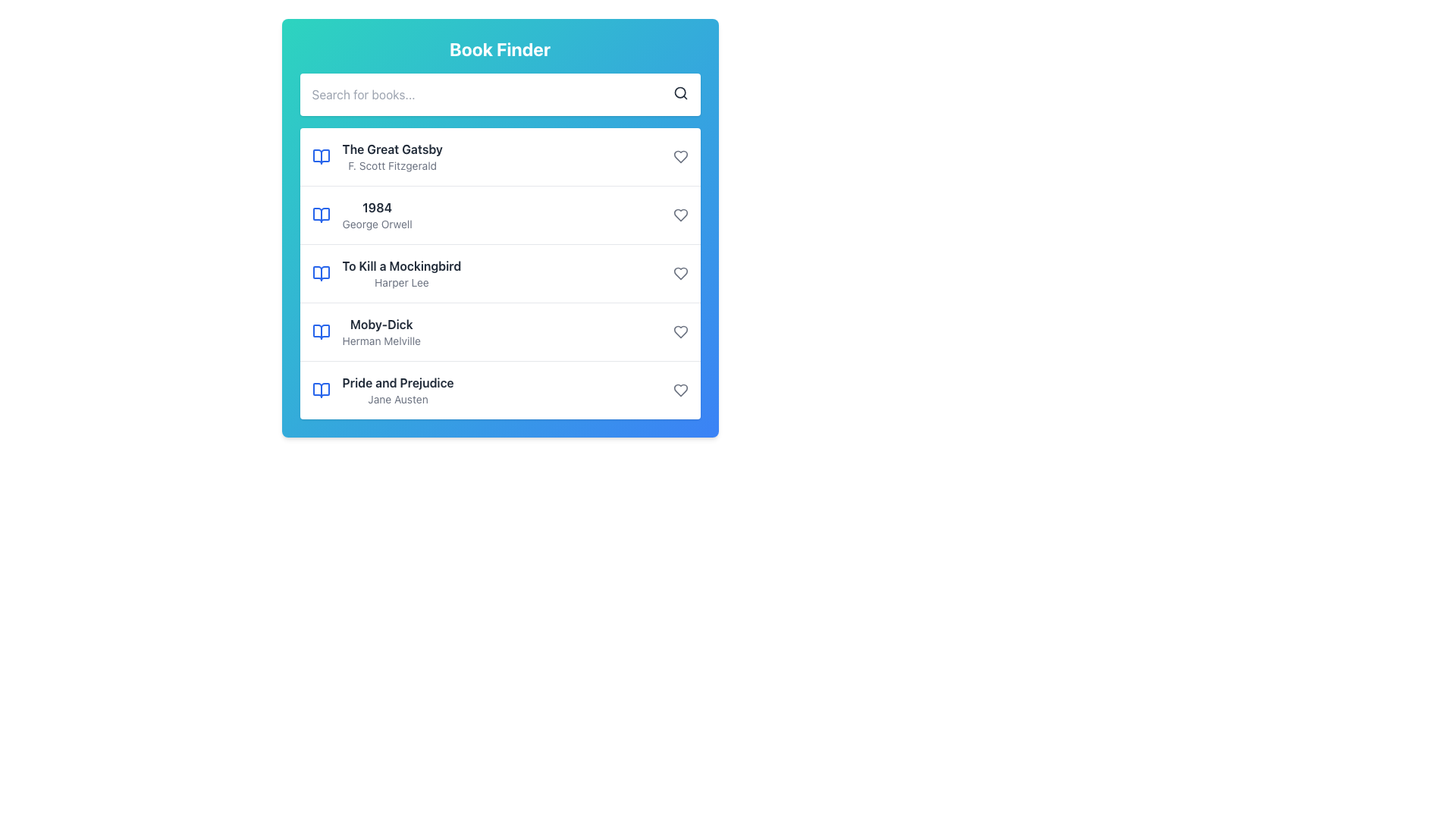  Describe the element at coordinates (377, 215) in the screenshot. I see `the text label displaying '1984' by George Orwell, which is positioned between 'The Great Gatsby' and 'To Kill a Mockingbird' in a vertical list of book entries` at that location.